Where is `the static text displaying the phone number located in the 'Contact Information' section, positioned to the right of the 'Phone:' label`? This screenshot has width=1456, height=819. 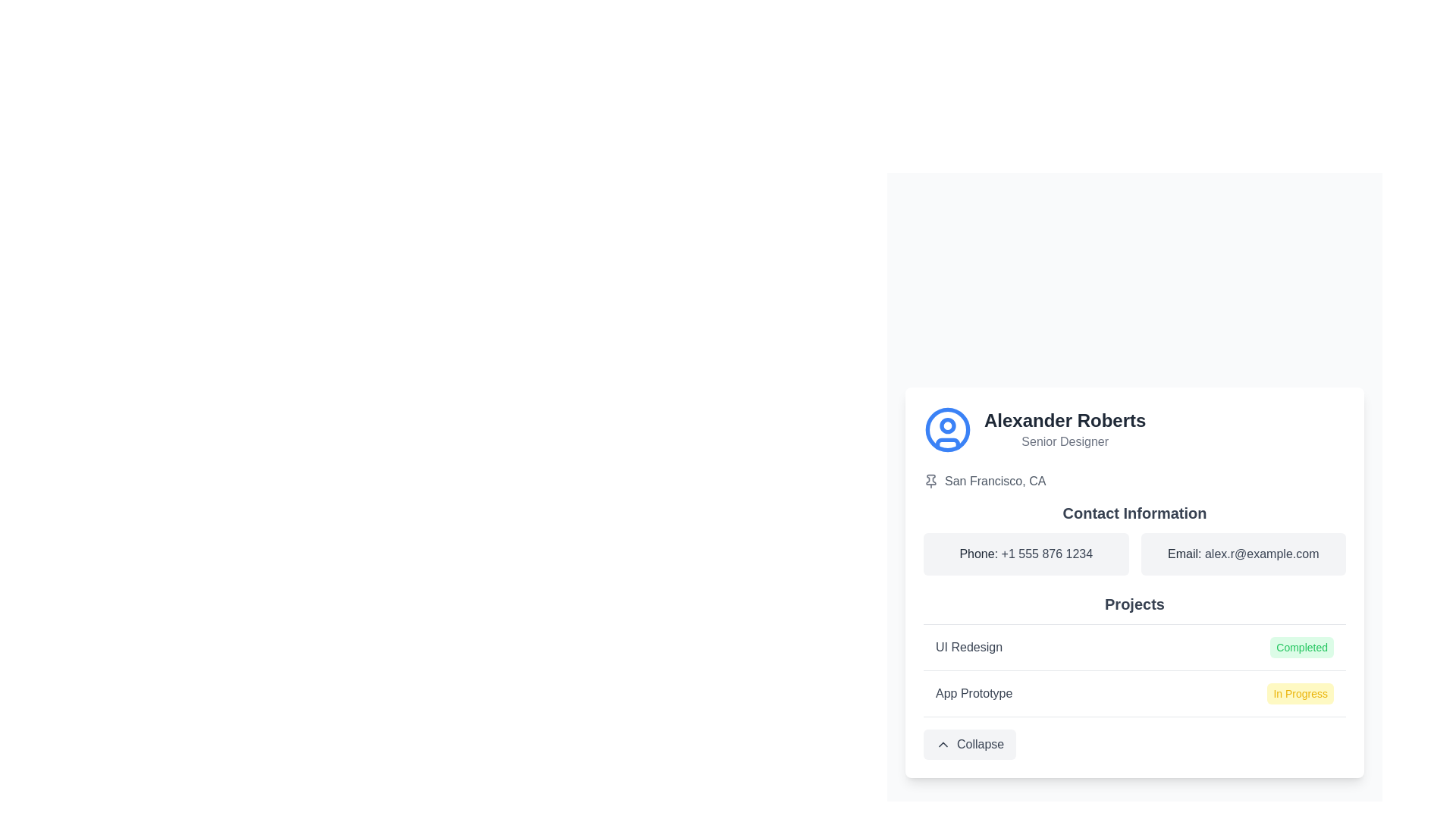 the static text displaying the phone number located in the 'Contact Information' section, positioned to the right of the 'Phone:' label is located at coordinates (1046, 553).